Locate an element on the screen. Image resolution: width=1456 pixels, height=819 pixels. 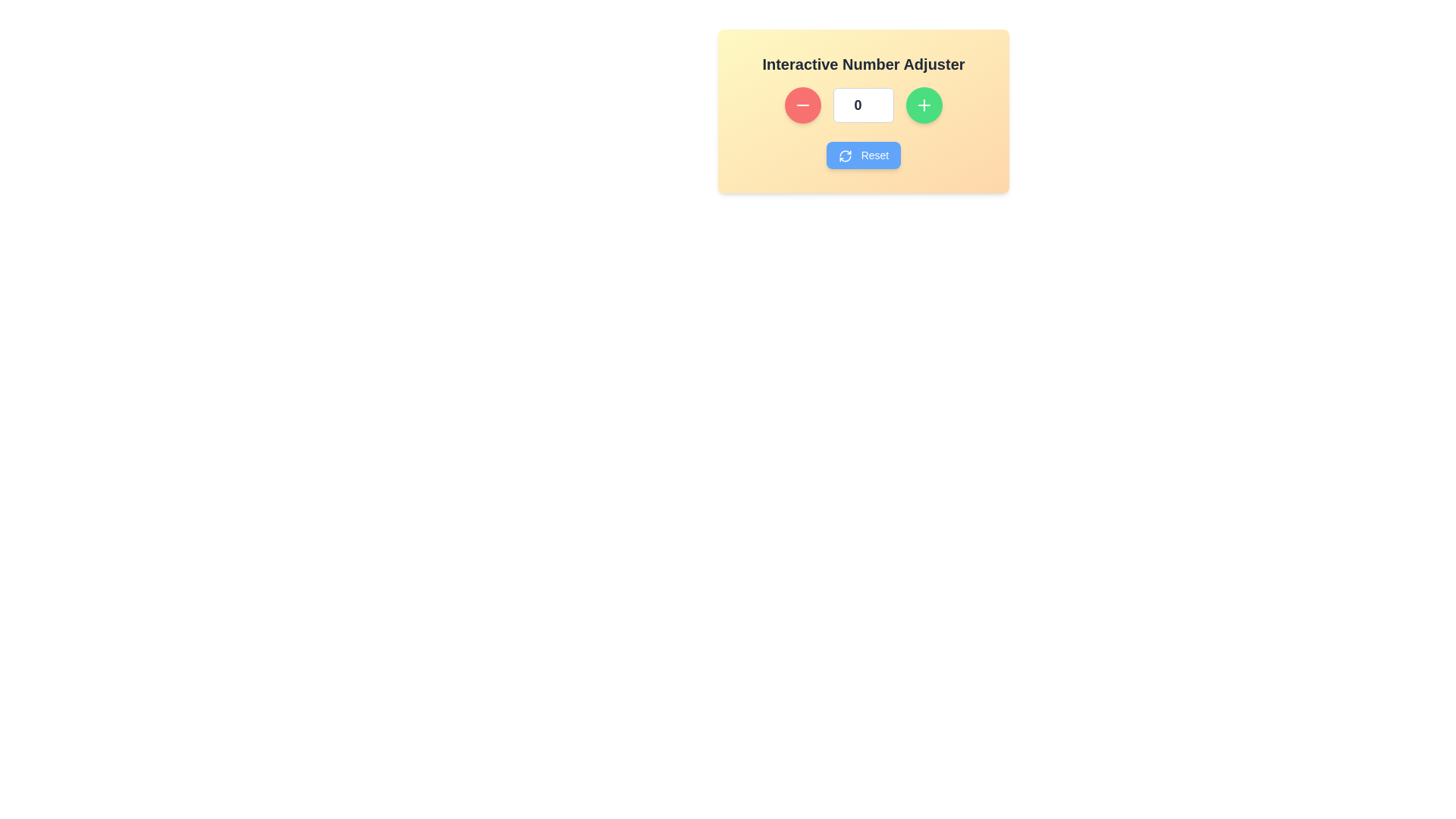
the decrement button located on the left side of the numeric input group is located at coordinates (802, 104).